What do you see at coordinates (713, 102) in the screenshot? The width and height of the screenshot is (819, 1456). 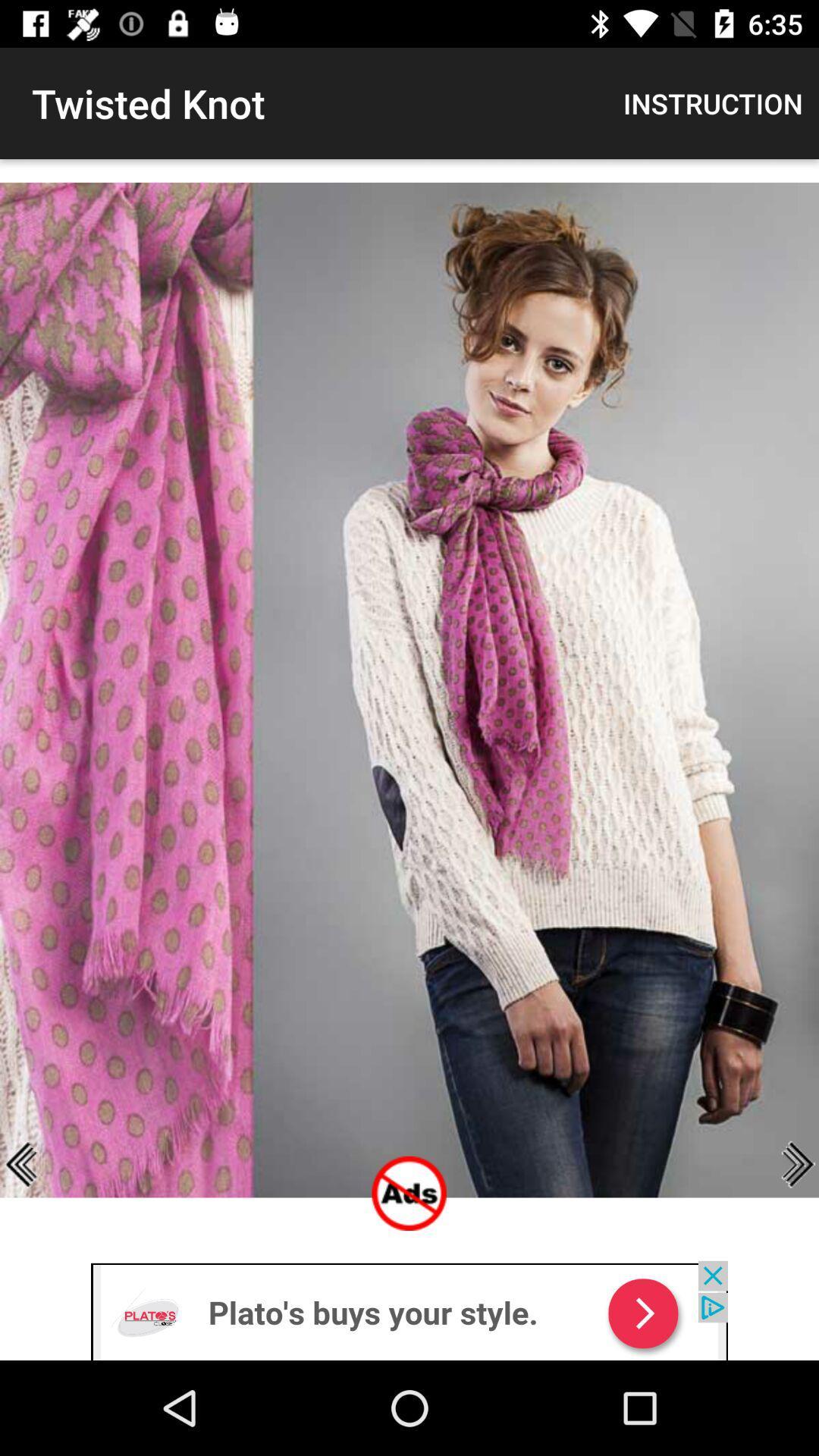 I see `the instruction item` at bounding box center [713, 102].